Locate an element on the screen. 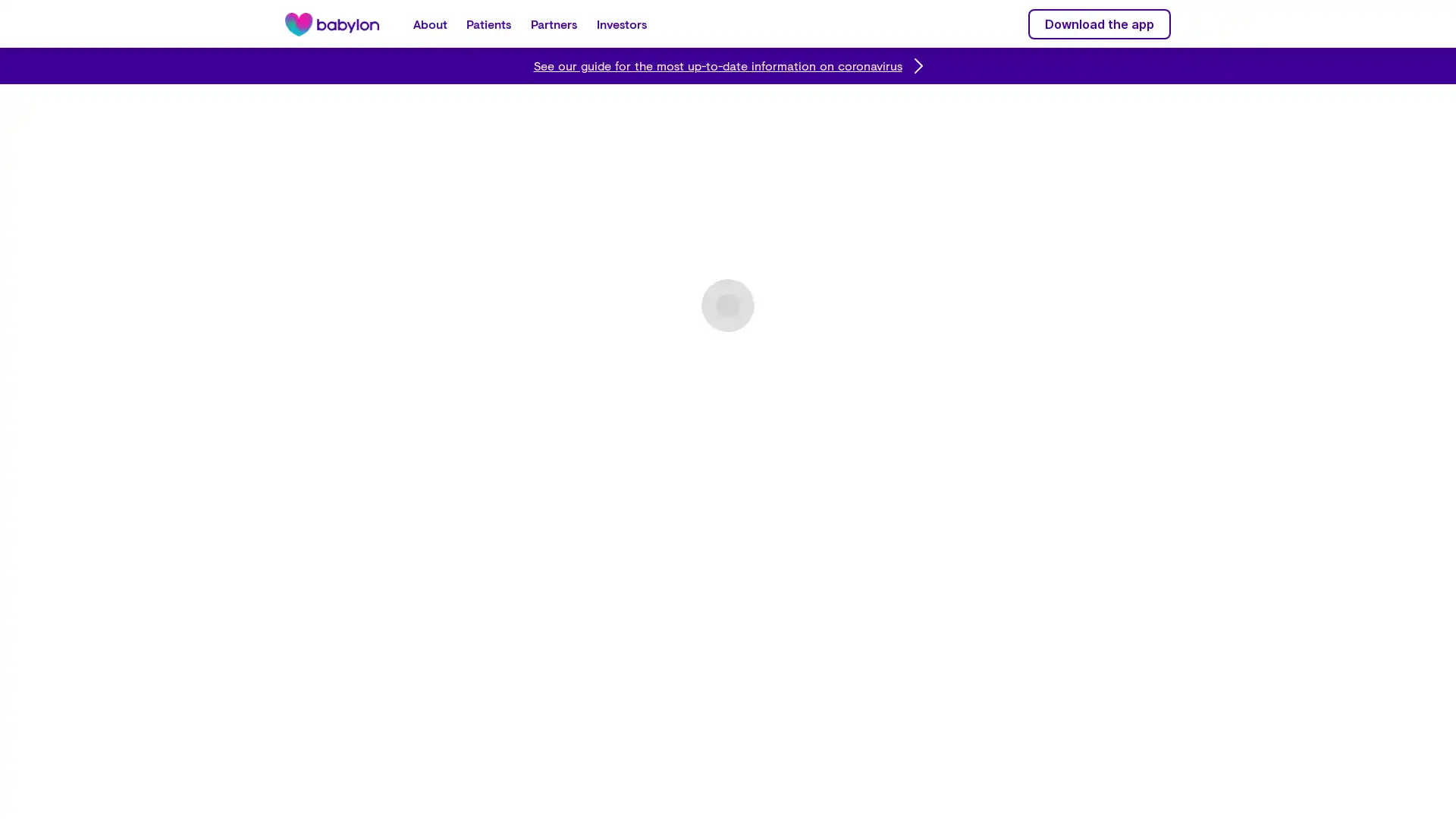 The width and height of the screenshot is (1456, 819). Do Not Sell My Personal Information is located at coordinates (1056, 786).